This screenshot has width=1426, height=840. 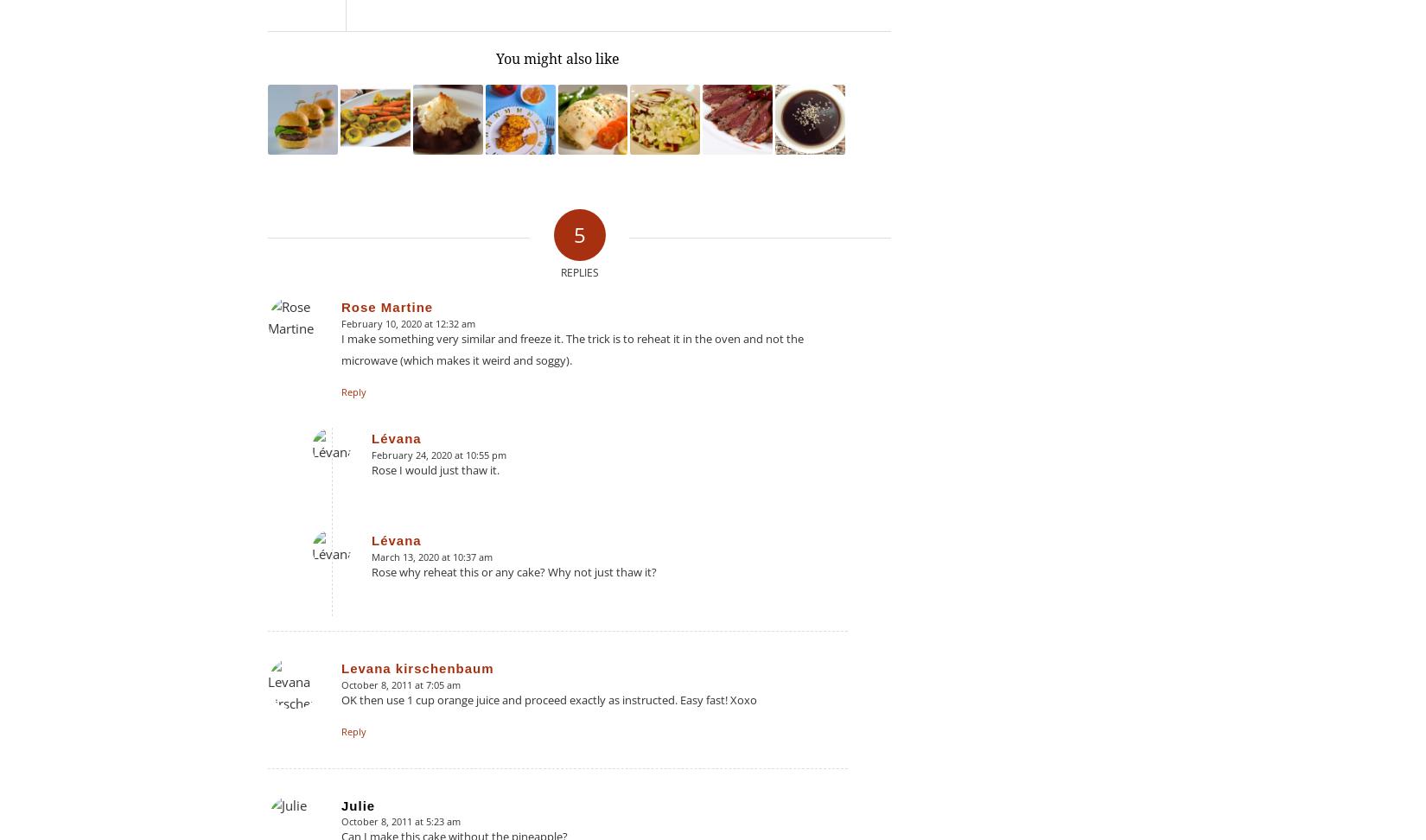 I want to click on 'I make something very similar and freeze it. The trick is to reheat it in the oven and not the microwave (which makes it weird and soggy).', so click(x=571, y=348).